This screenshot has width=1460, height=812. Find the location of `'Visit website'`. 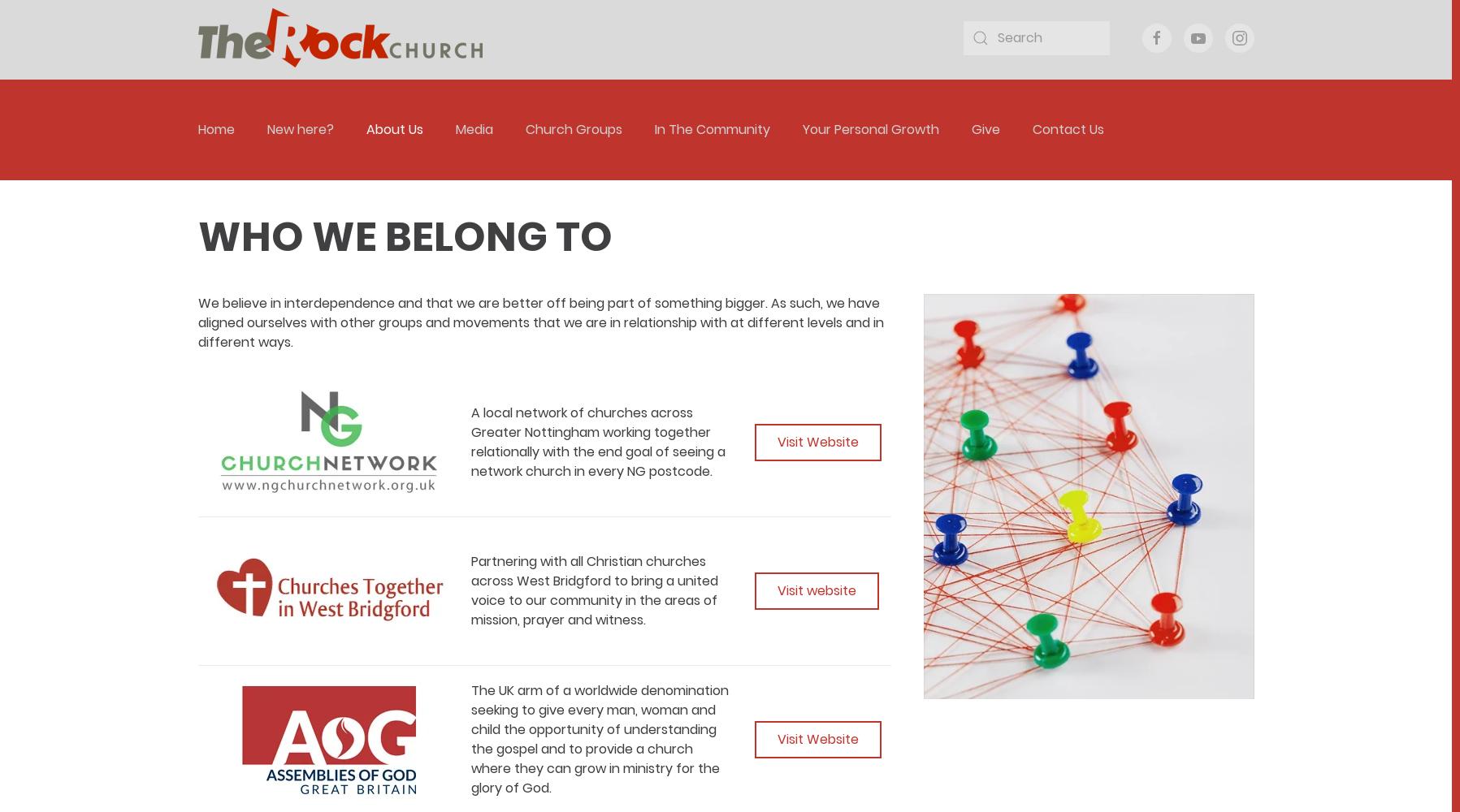

'Visit website' is located at coordinates (777, 590).